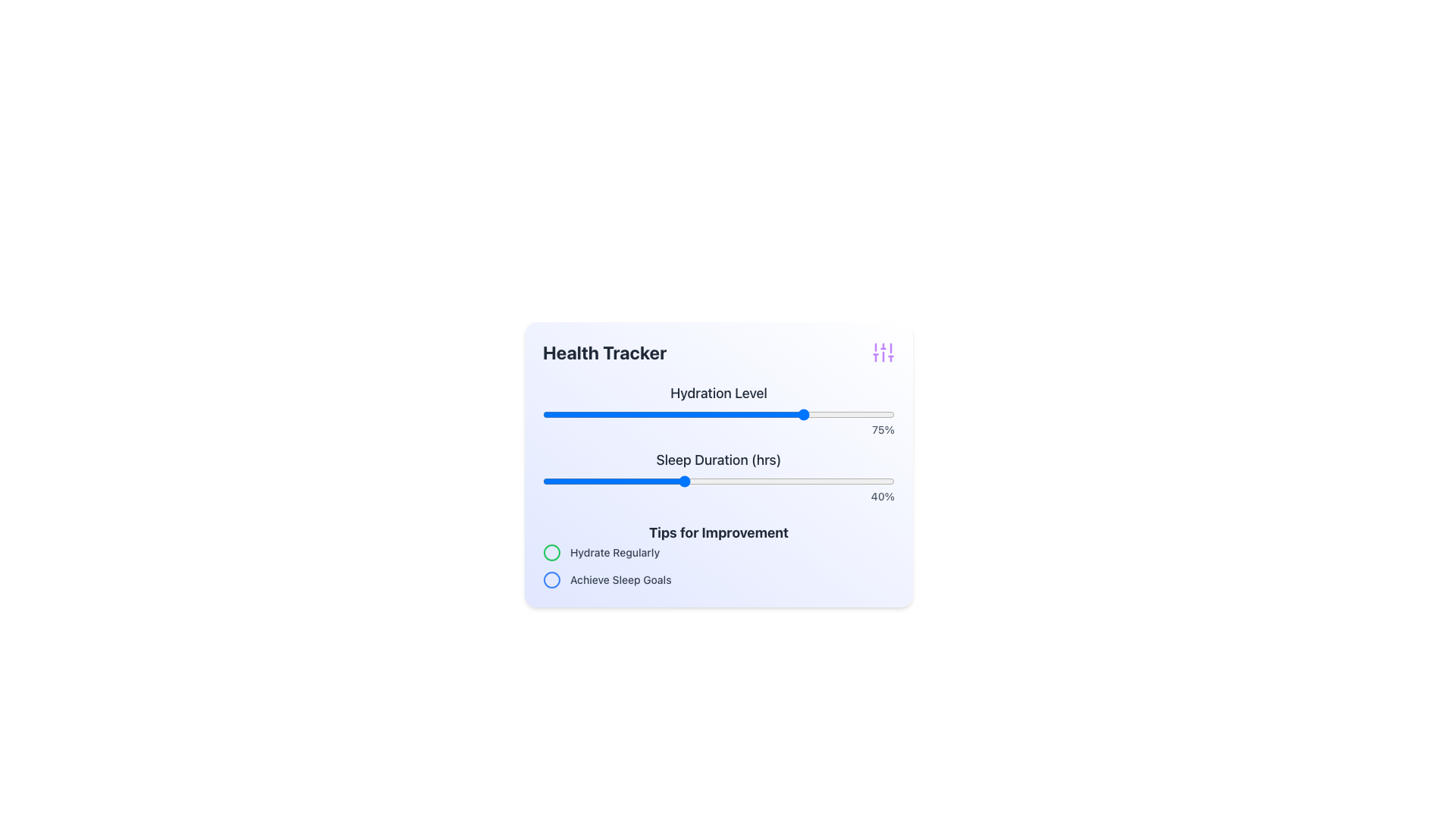 This screenshot has height=819, width=1456. What do you see at coordinates (718, 532) in the screenshot?
I see `text of the section heading label indicating improvement tips, located near the lower-middle section of the interface` at bounding box center [718, 532].